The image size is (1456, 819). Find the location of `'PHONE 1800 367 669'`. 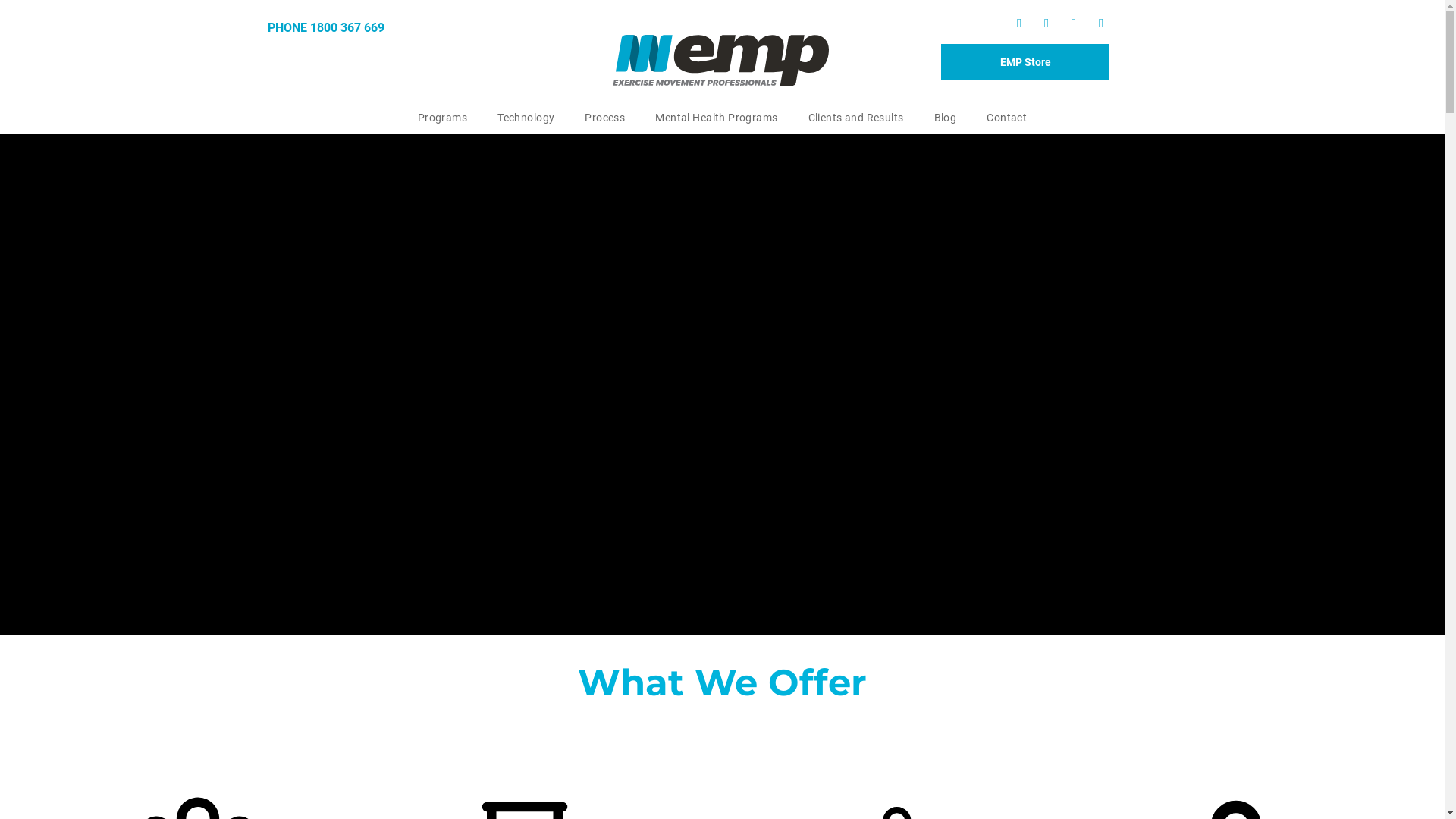

'PHONE 1800 367 669' is located at coordinates (266, 27).